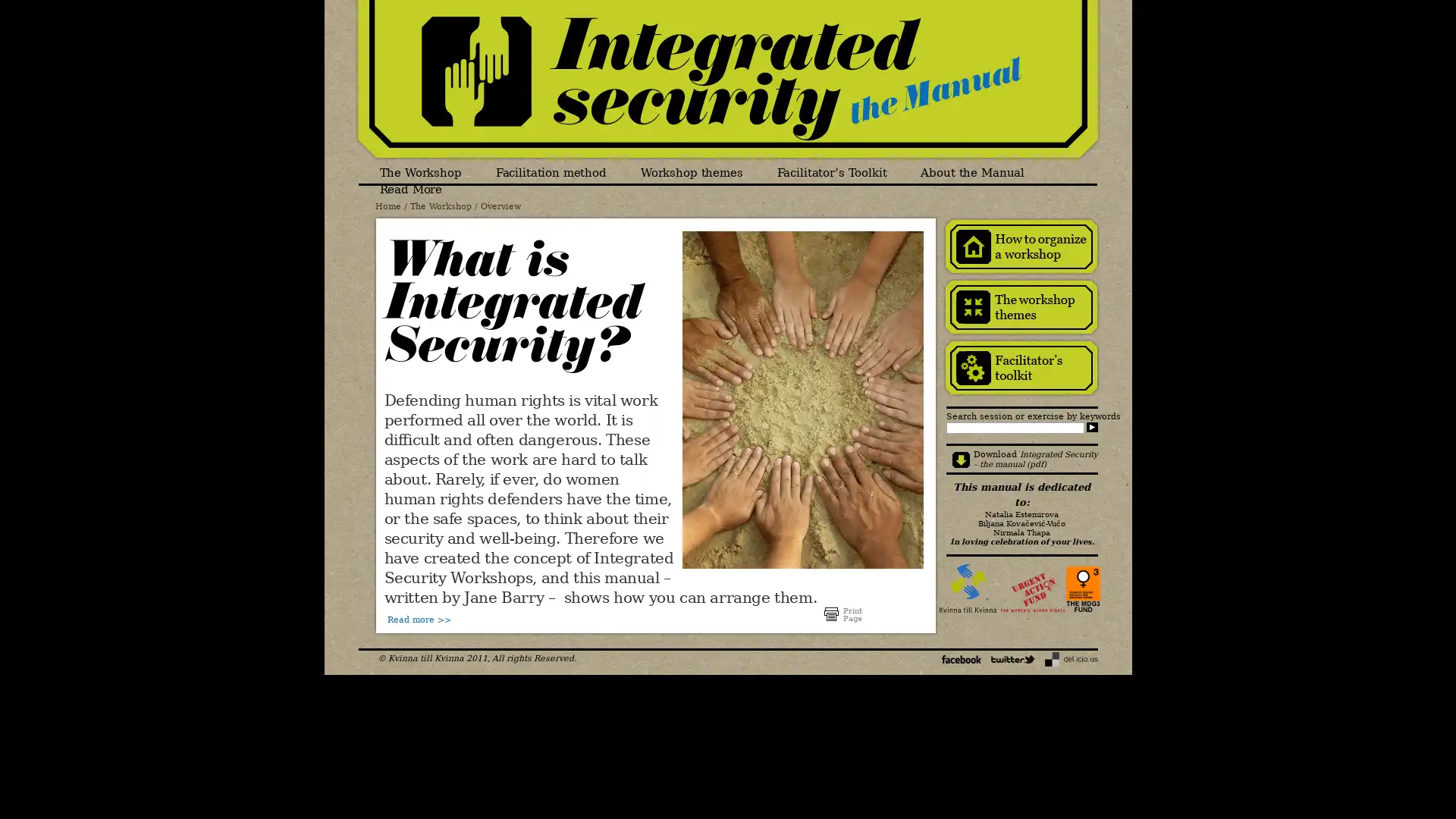 The width and height of the screenshot is (1456, 819). What do you see at coordinates (1090, 427) in the screenshot?
I see `Search` at bounding box center [1090, 427].